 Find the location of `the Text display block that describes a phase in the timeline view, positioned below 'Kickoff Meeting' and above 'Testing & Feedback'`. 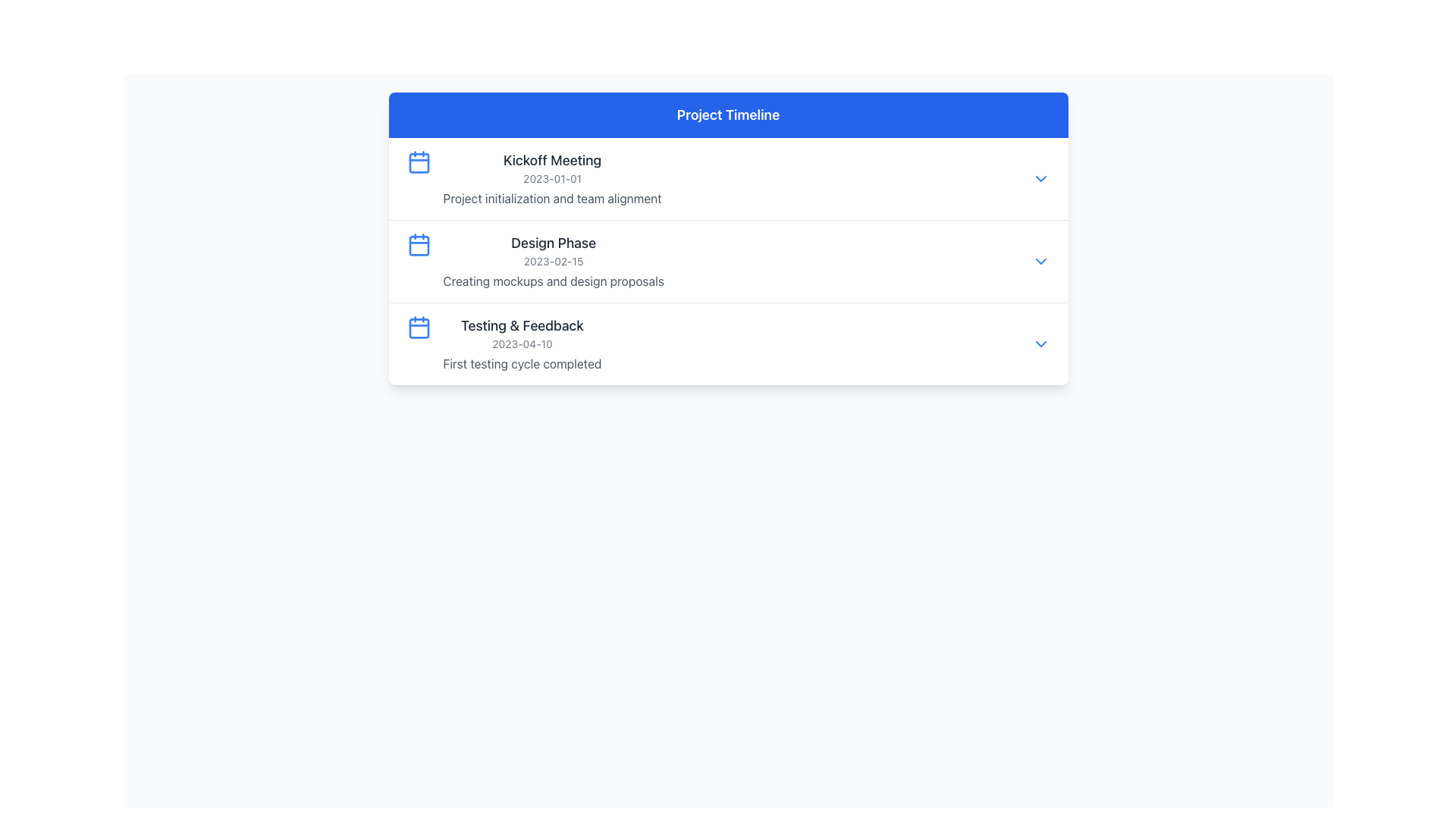

the Text display block that describes a phase in the timeline view, positioned below 'Kickoff Meeting' and above 'Testing & Feedback' is located at coordinates (553, 260).